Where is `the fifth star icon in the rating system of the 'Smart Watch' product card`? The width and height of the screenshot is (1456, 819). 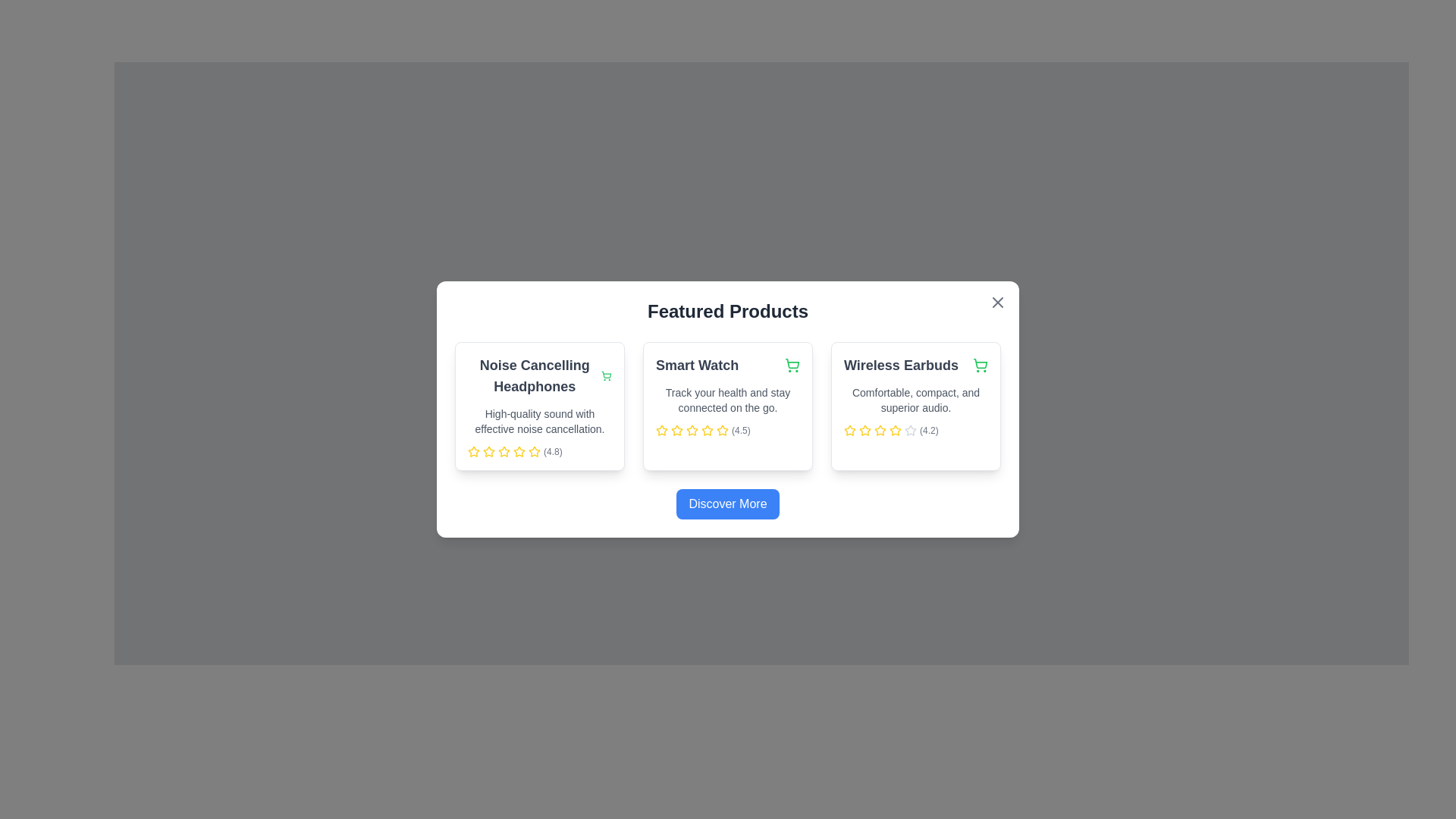
the fifth star icon in the rating system of the 'Smart Watch' product card is located at coordinates (706, 430).